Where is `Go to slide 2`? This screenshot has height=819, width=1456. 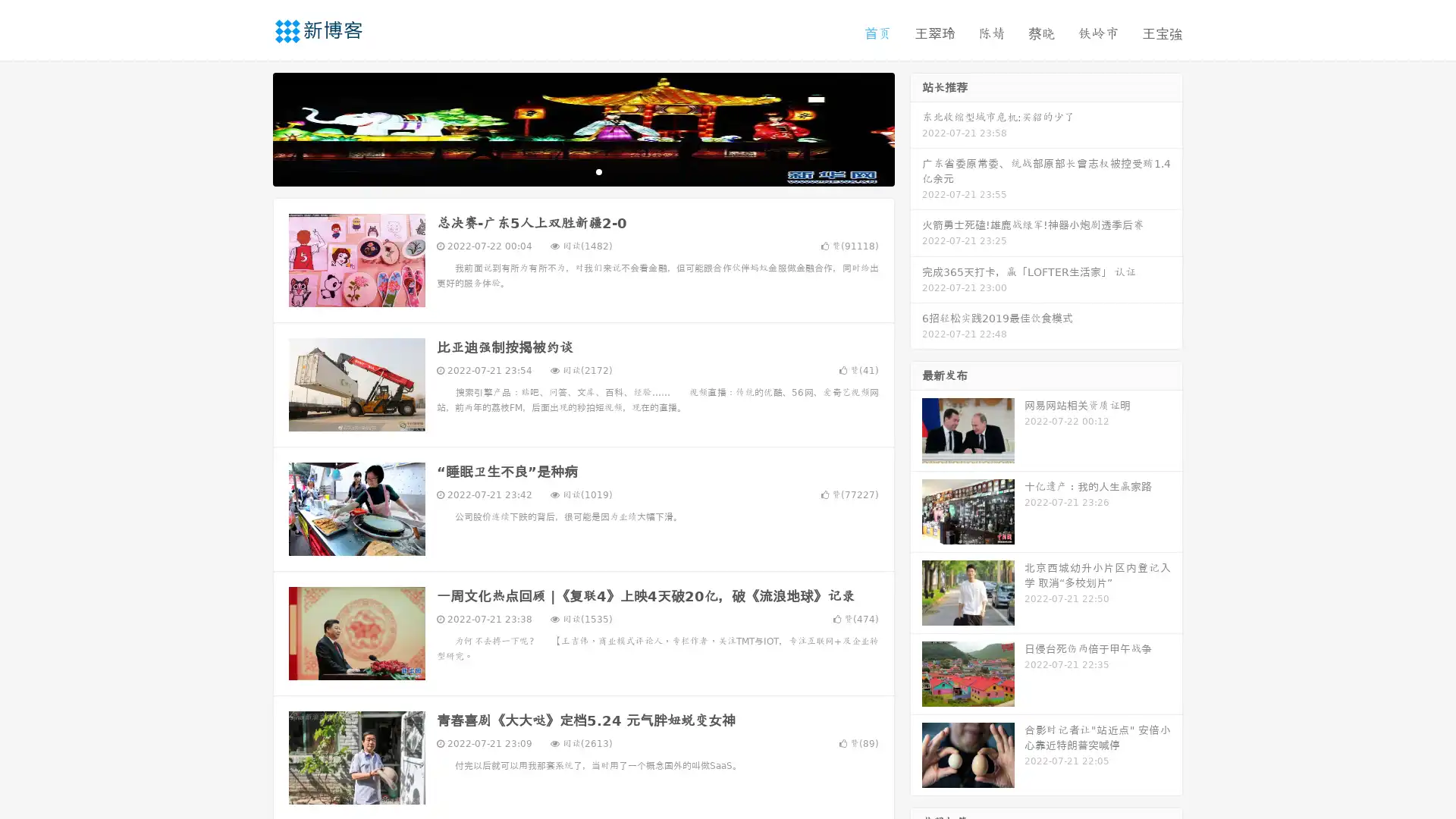 Go to slide 2 is located at coordinates (582, 171).